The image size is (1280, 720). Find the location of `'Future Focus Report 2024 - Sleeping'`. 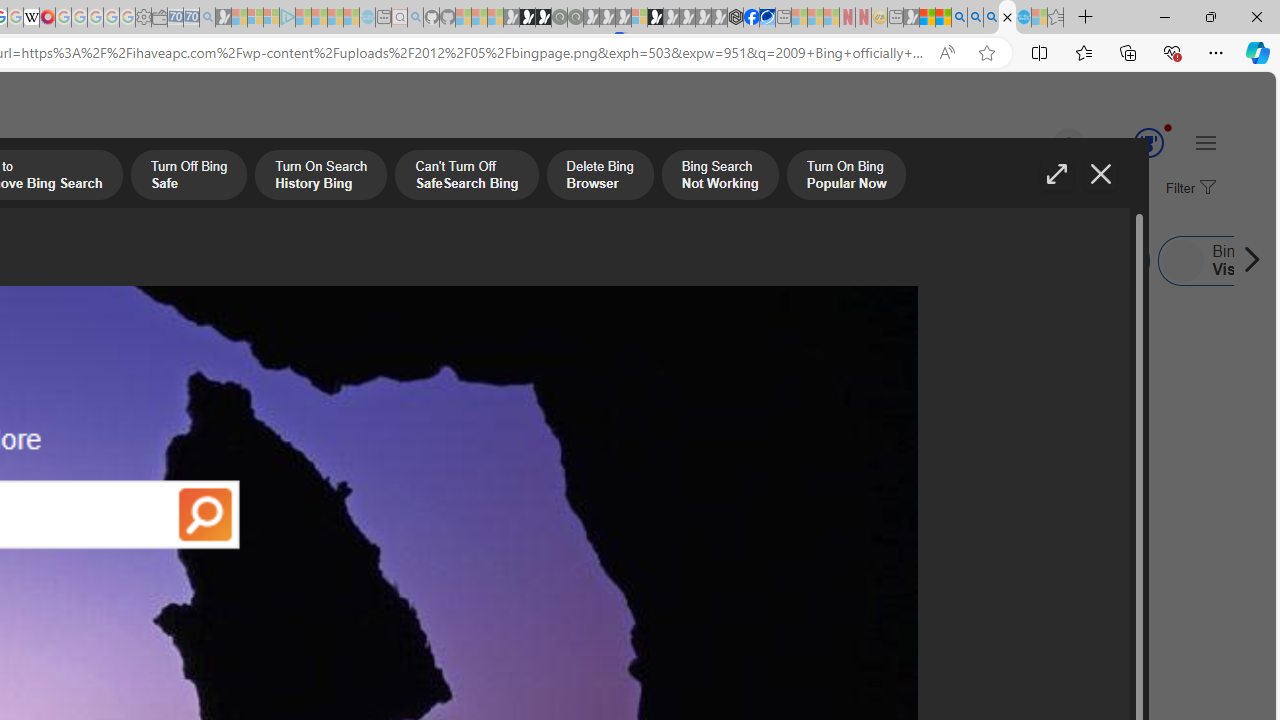

'Future Focus Report 2024 - Sleeping' is located at coordinates (574, 17).